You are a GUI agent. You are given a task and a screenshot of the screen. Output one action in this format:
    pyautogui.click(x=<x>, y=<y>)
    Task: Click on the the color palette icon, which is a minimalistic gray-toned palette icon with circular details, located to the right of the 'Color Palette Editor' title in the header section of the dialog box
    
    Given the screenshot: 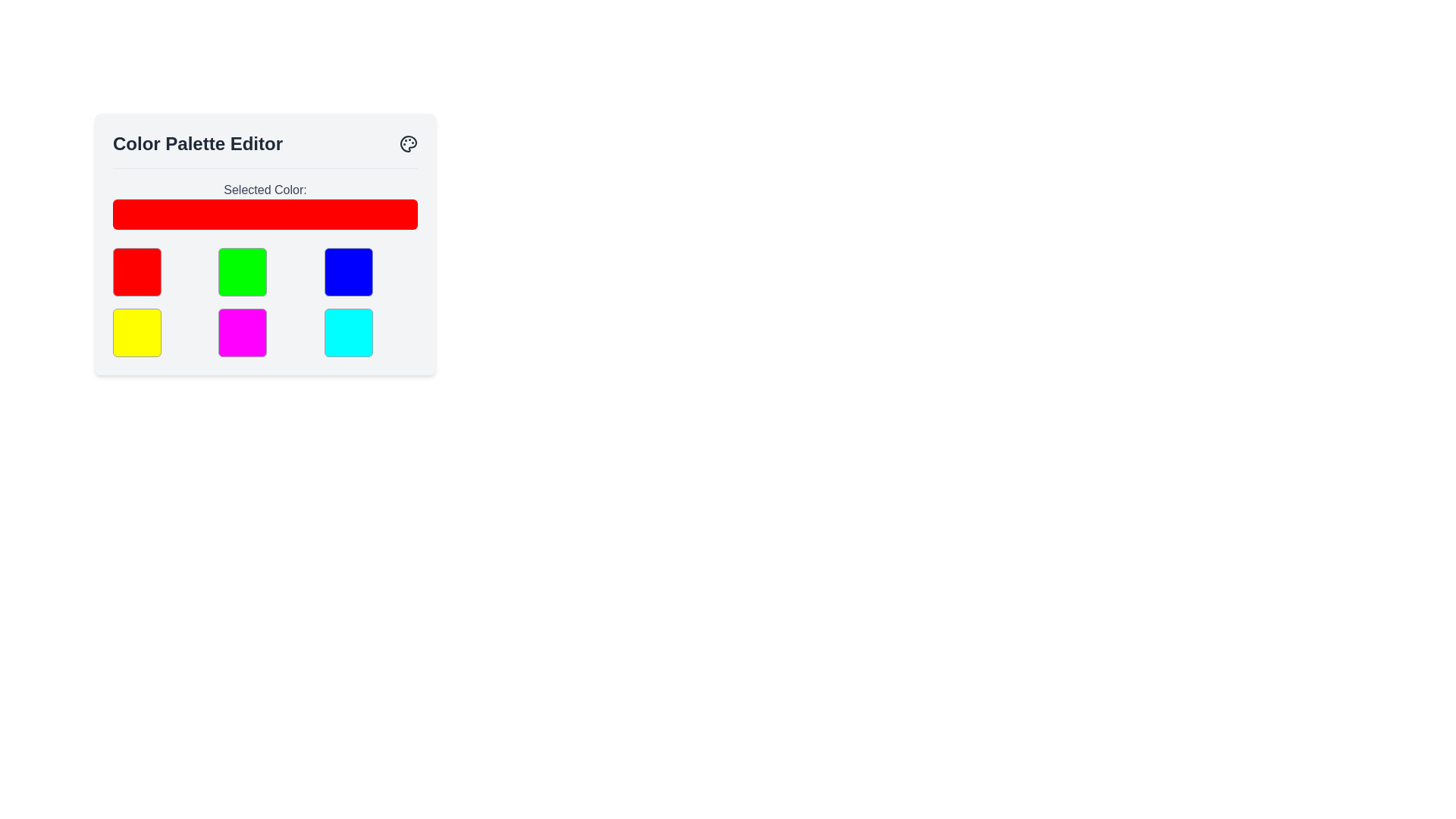 What is the action you would take?
    pyautogui.click(x=408, y=143)
    